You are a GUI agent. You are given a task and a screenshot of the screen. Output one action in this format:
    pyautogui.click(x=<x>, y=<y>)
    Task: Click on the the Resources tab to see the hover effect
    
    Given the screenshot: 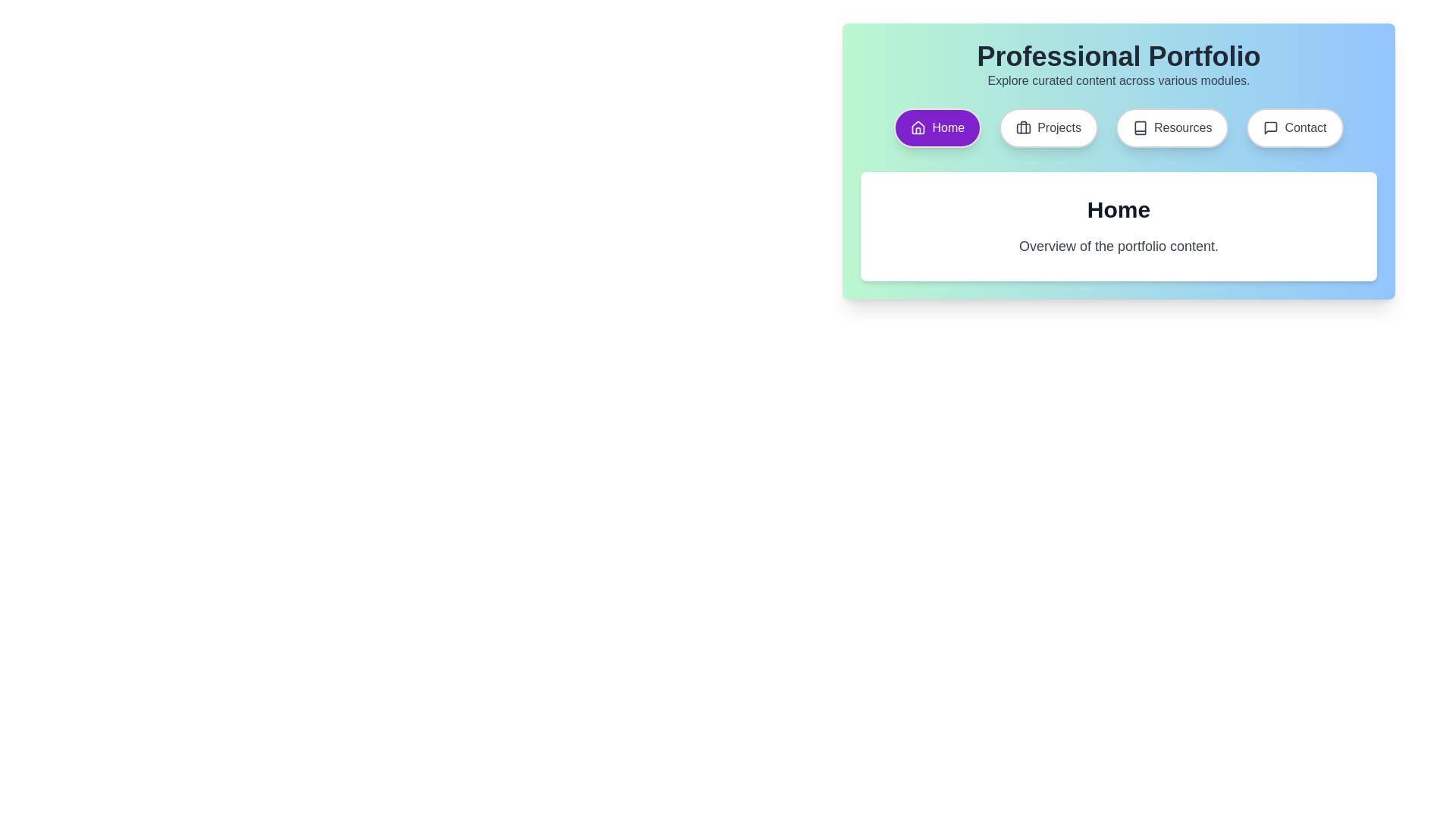 What is the action you would take?
    pyautogui.click(x=1172, y=127)
    